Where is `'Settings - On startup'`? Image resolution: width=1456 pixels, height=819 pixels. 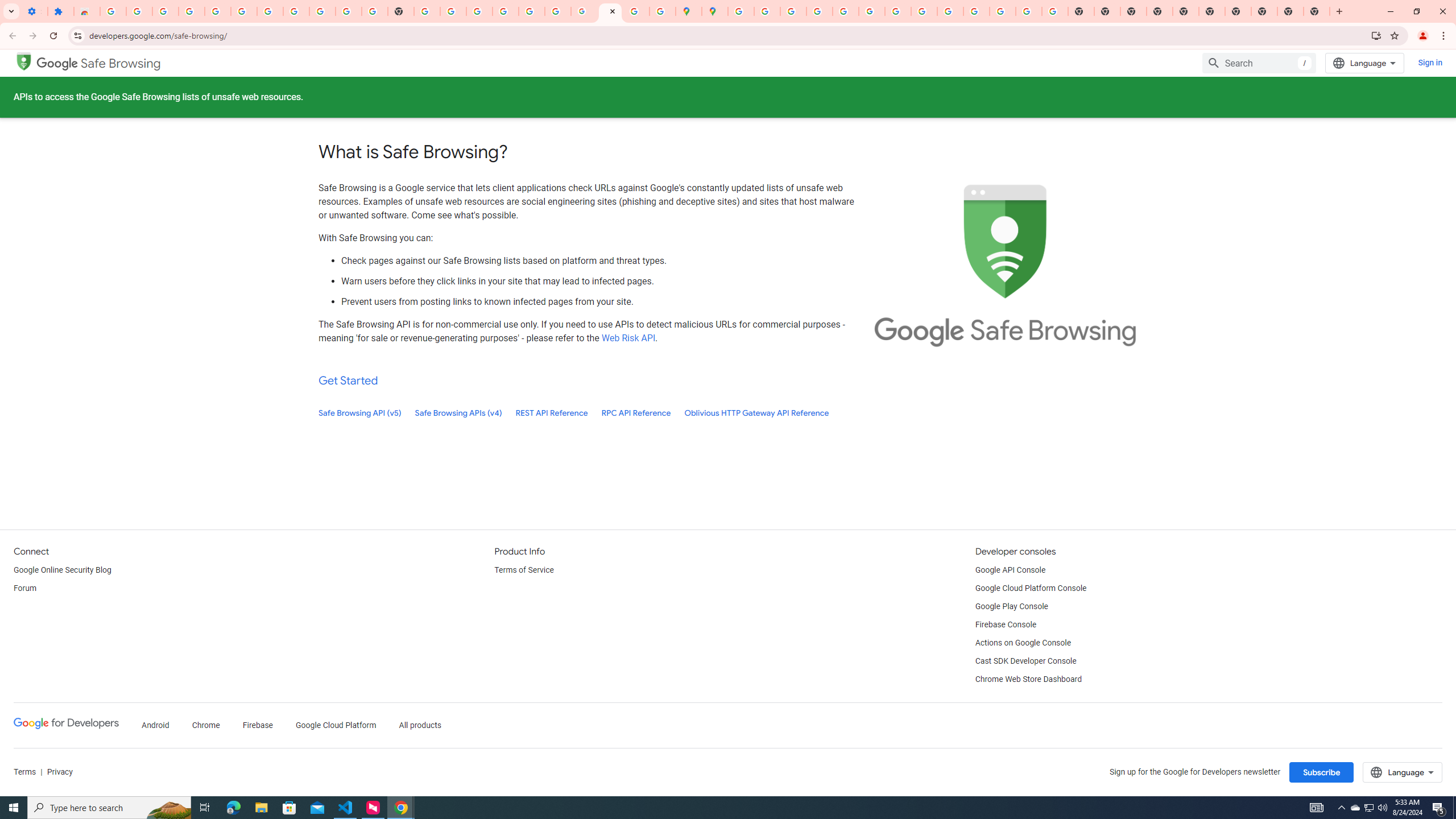 'Settings - On startup' is located at coordinates (34, 11).